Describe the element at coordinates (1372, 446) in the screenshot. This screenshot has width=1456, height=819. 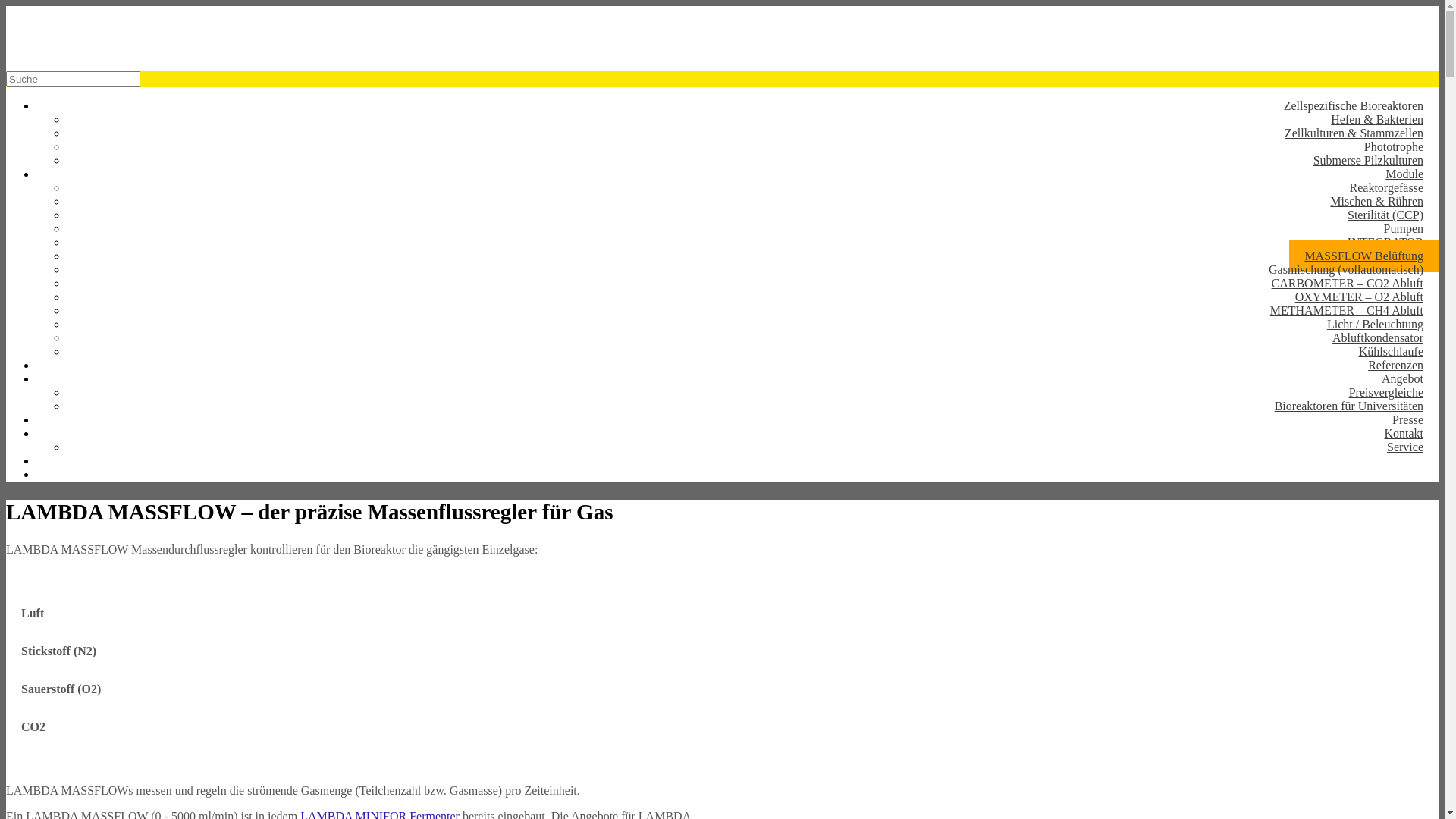
I see `'Service'` at that location.